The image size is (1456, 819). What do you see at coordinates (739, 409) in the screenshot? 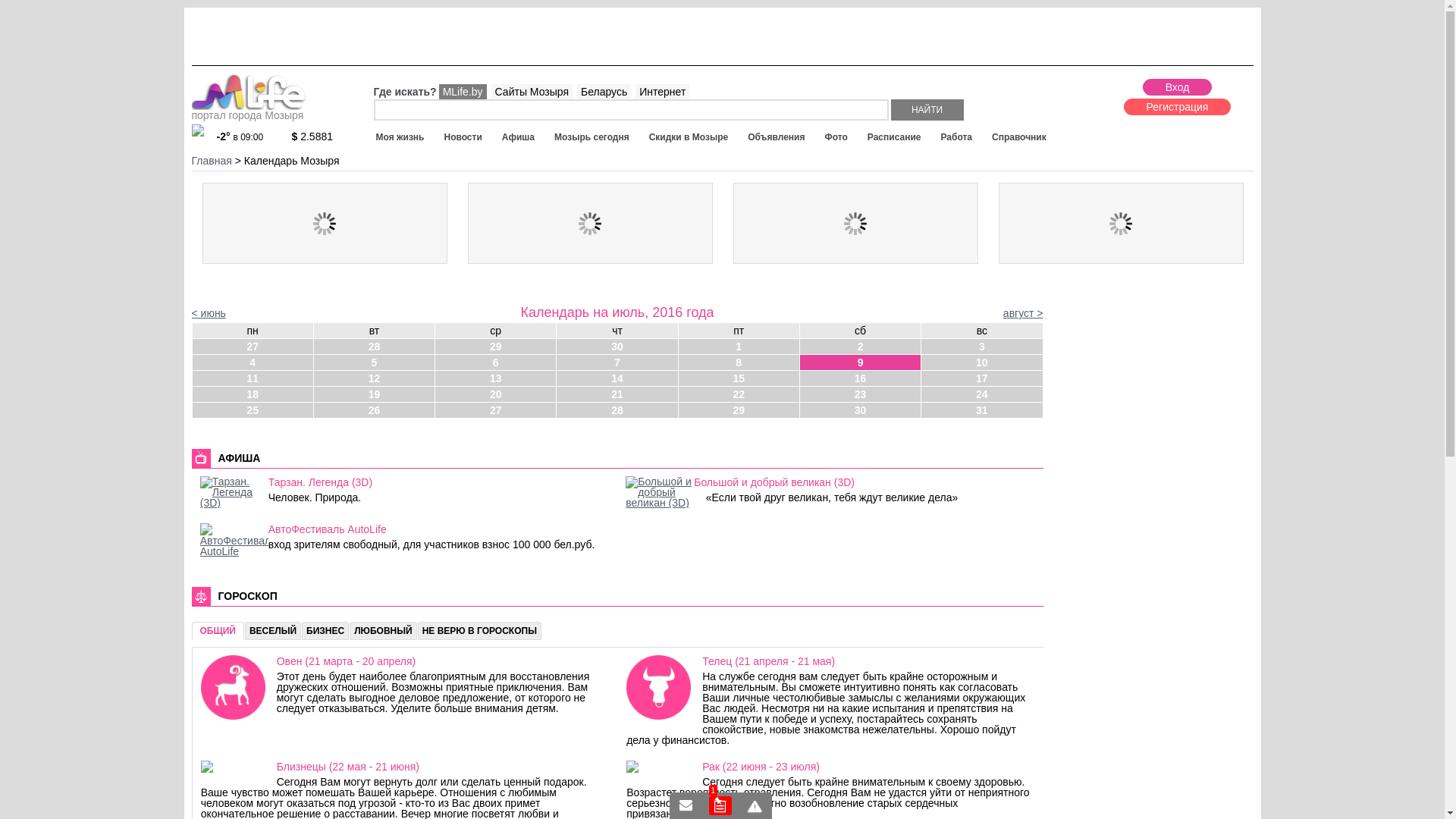
I see `'29'` at bounding box center [739, 409].